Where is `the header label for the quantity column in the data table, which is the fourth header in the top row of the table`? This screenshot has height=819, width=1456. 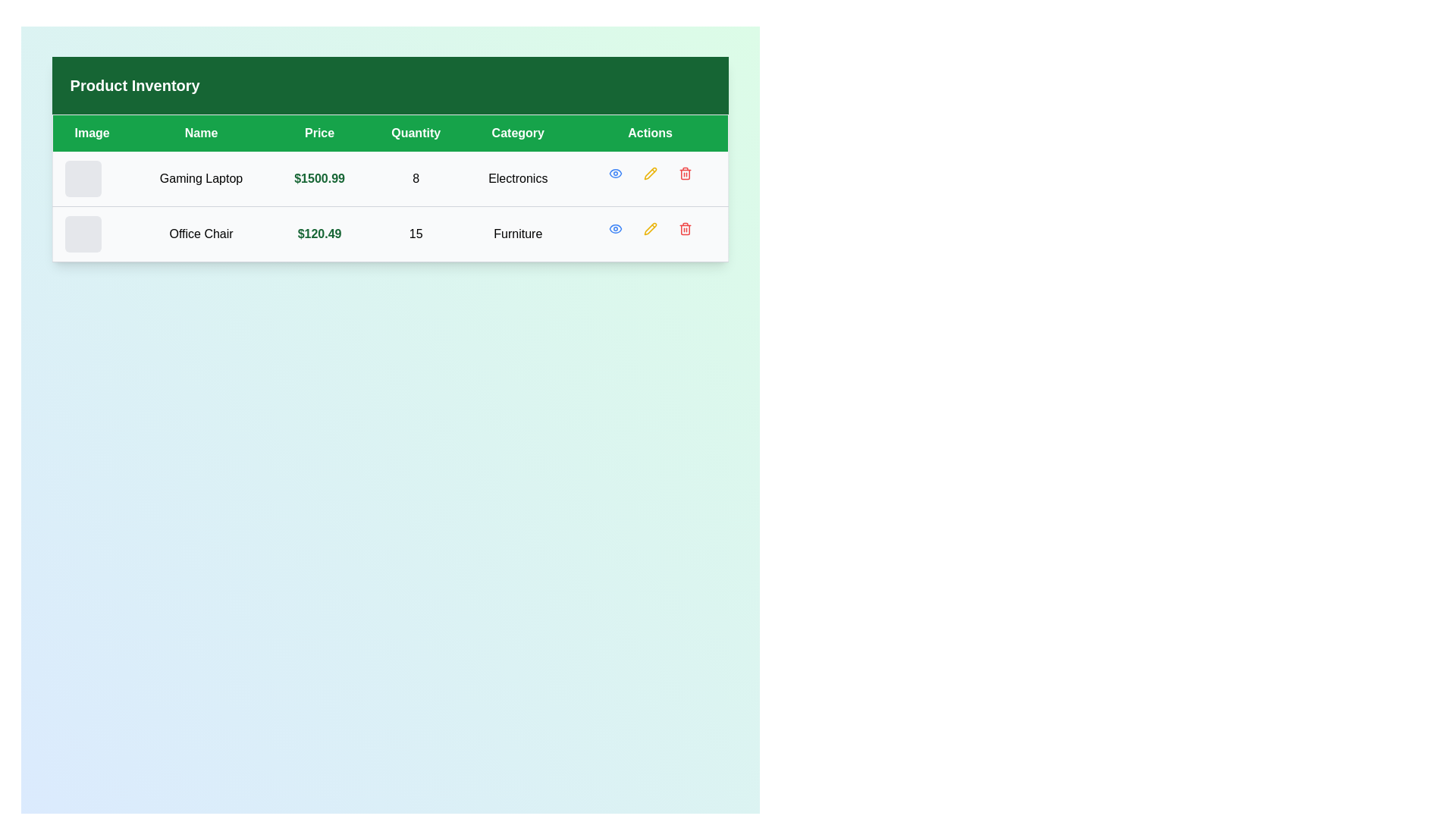
the header label for the quantity column in the data table, which is the fourth header in the top row of the table is located at coordinates (416, 132).